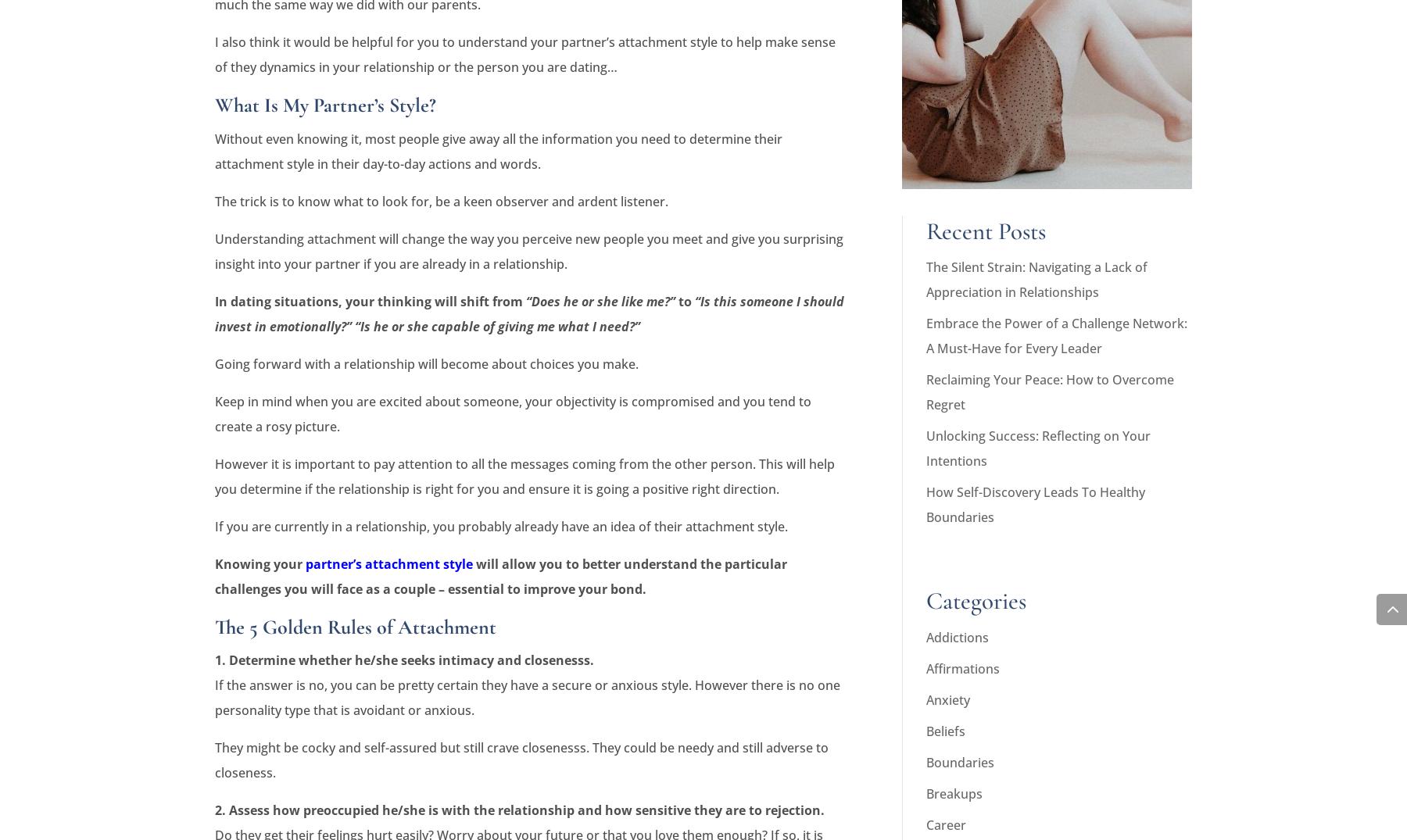 Image resolution: width=1407 pixels, height=840 pixels. What do you see at coordinates (528, 249) in the screenshot?
I see `'Understanding attachment will change the way you perceive new people you meet and give you surprising insight into your partner if you are already in a relationship.'` at bounding box center [528, 249].